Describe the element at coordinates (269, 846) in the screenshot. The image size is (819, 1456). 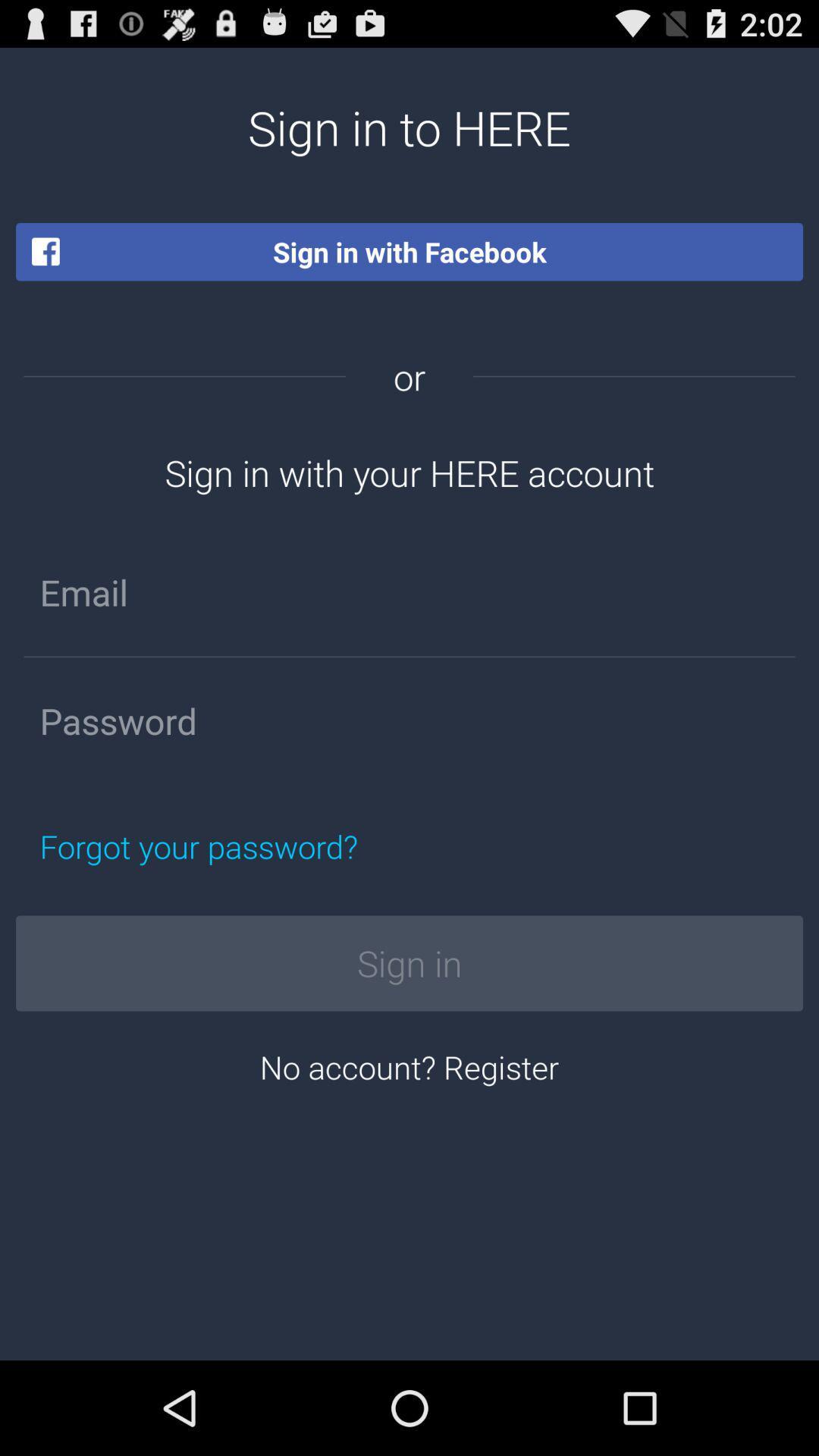
I see `the icon above sign in item` at that location.